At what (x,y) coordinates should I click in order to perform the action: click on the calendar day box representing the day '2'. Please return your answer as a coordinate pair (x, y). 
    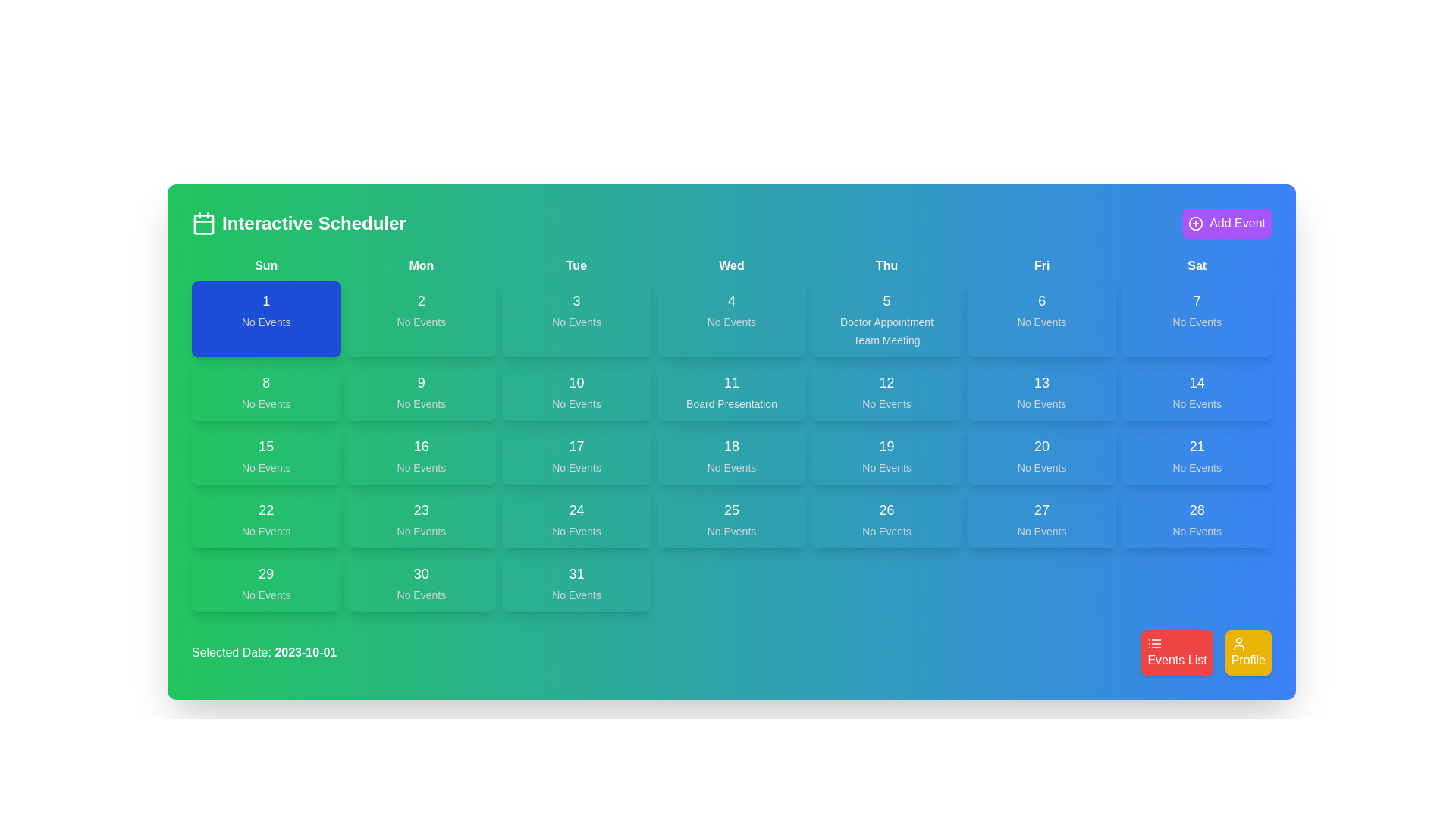
    Looking at the image, I should click on (421, 318).